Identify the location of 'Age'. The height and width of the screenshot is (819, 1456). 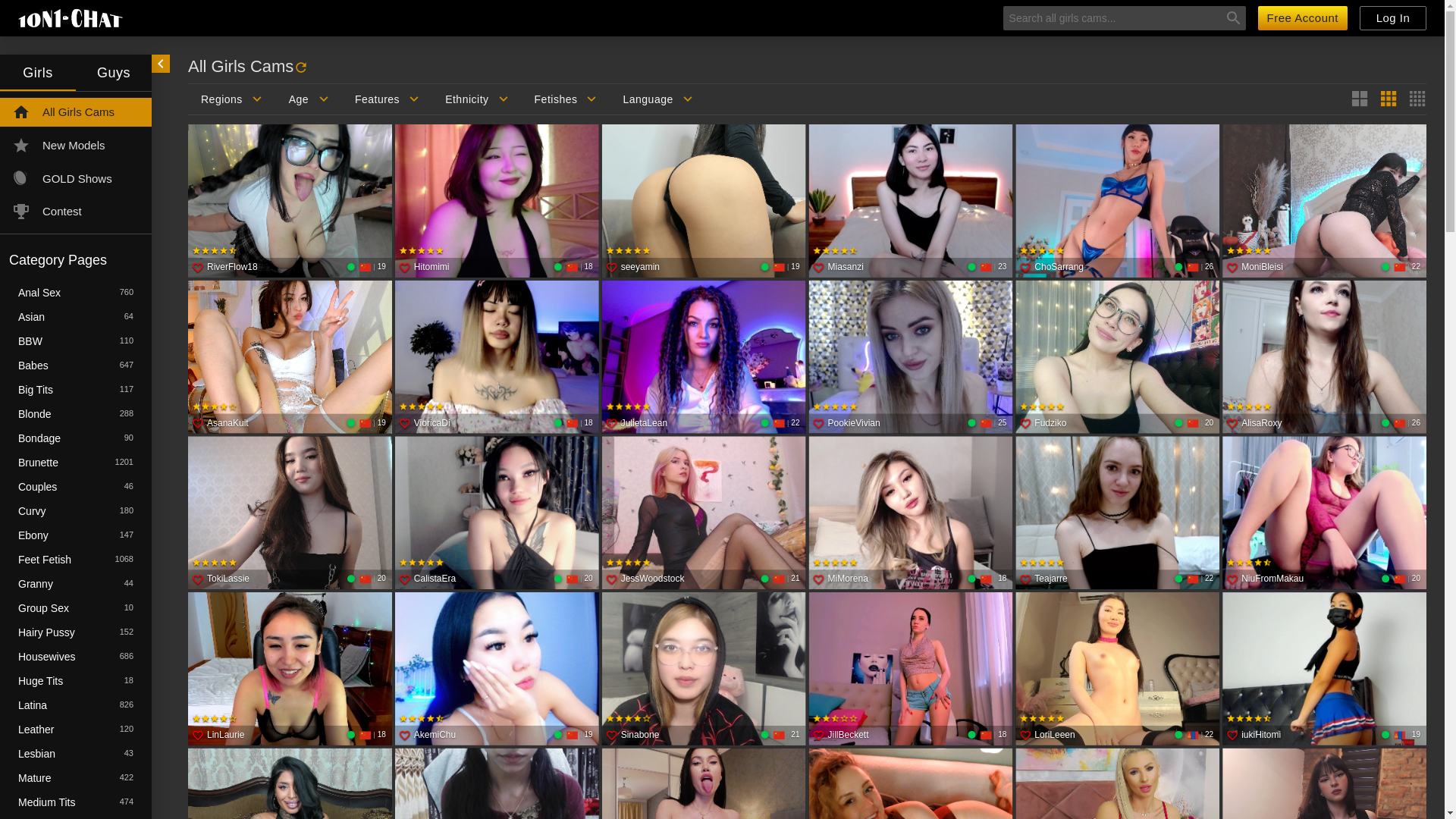
(308, 99).